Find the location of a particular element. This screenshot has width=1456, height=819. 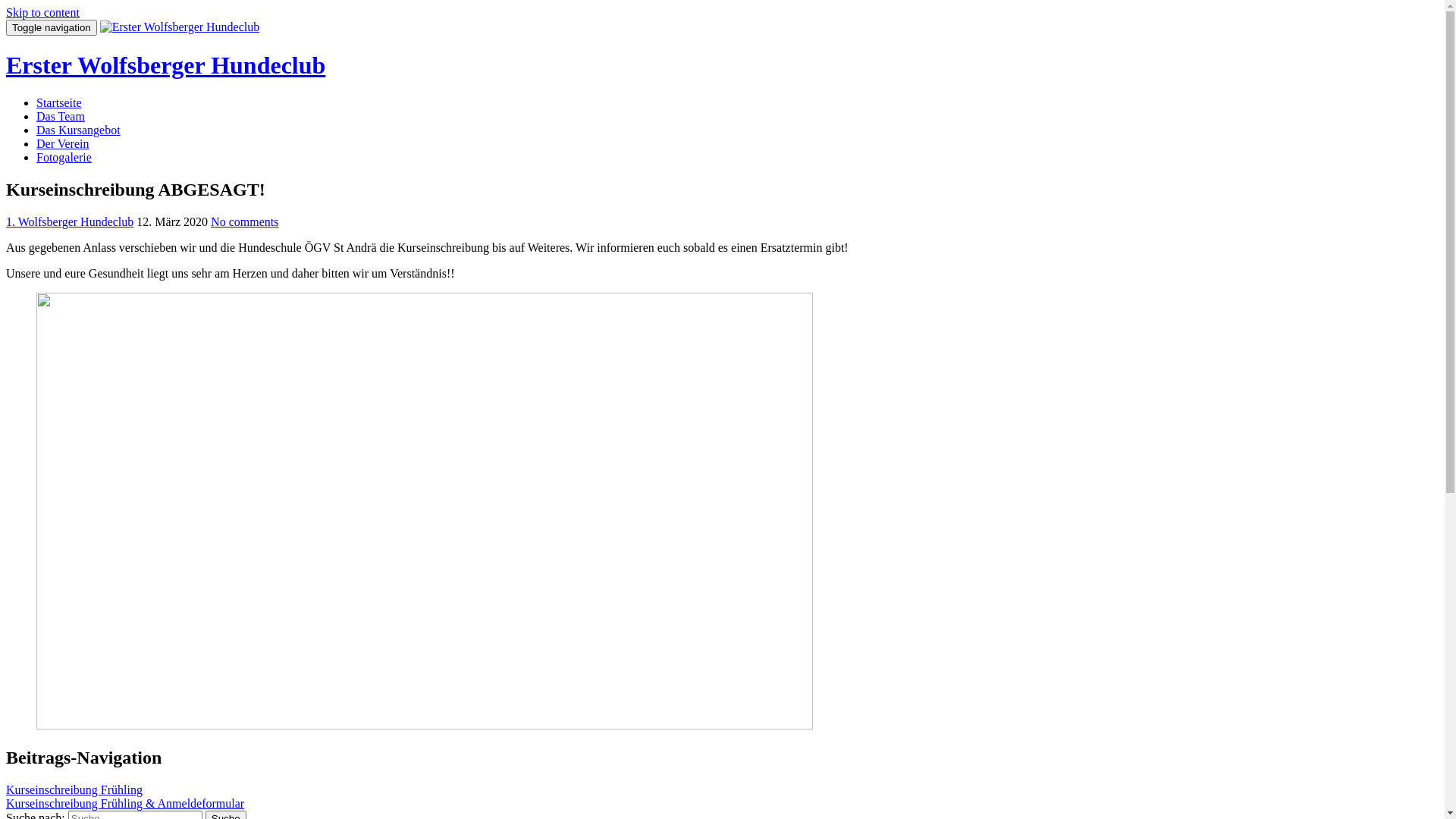

'1. Wolfsberger Hundeclub' is located at coordinates (6, 221).